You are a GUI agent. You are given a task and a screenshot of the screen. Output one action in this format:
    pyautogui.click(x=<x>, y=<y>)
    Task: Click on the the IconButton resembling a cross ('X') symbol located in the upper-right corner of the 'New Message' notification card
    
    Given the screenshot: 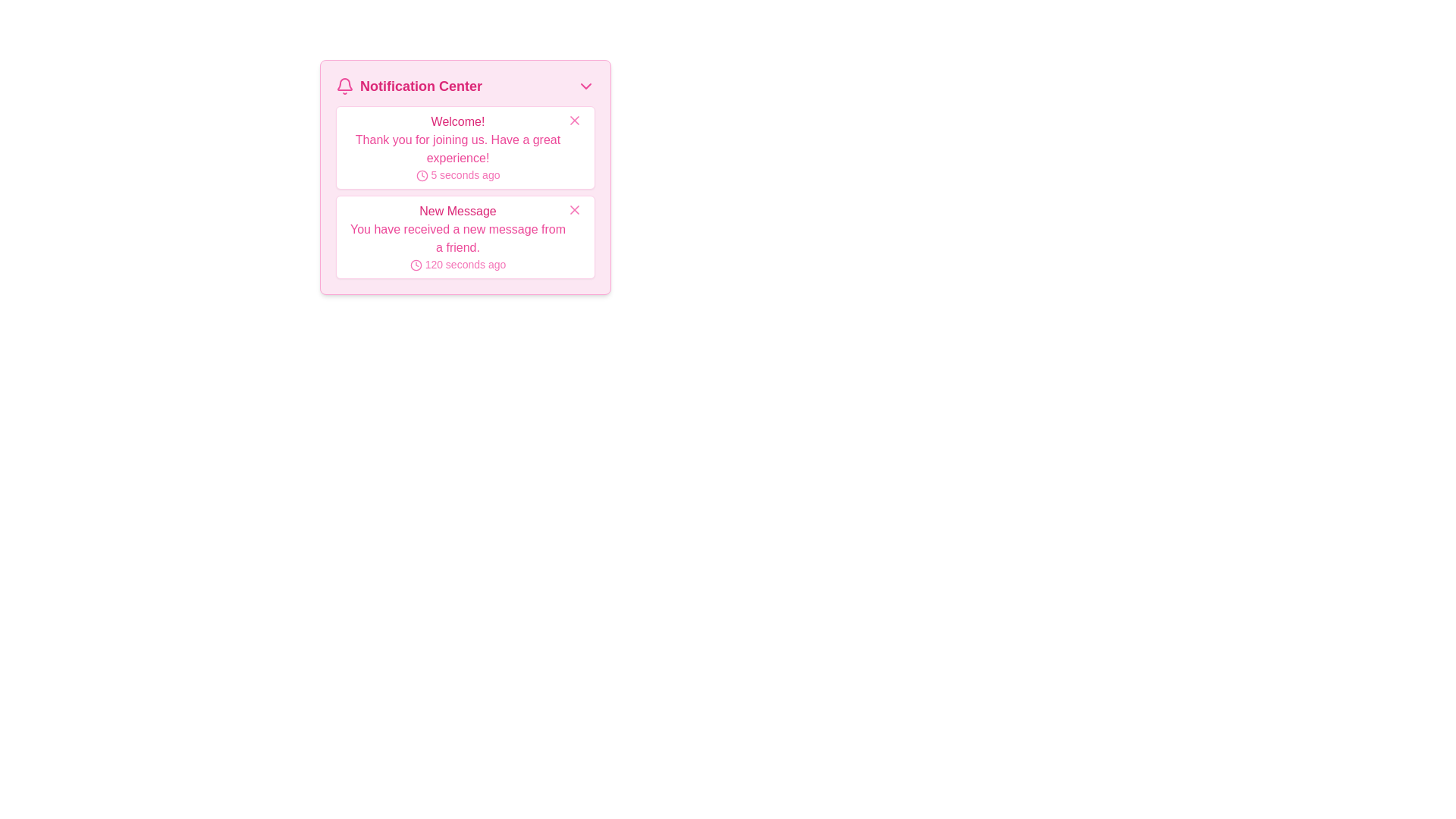 What is the action you would take?
    pyautogui.click(x=574, y=210)
    